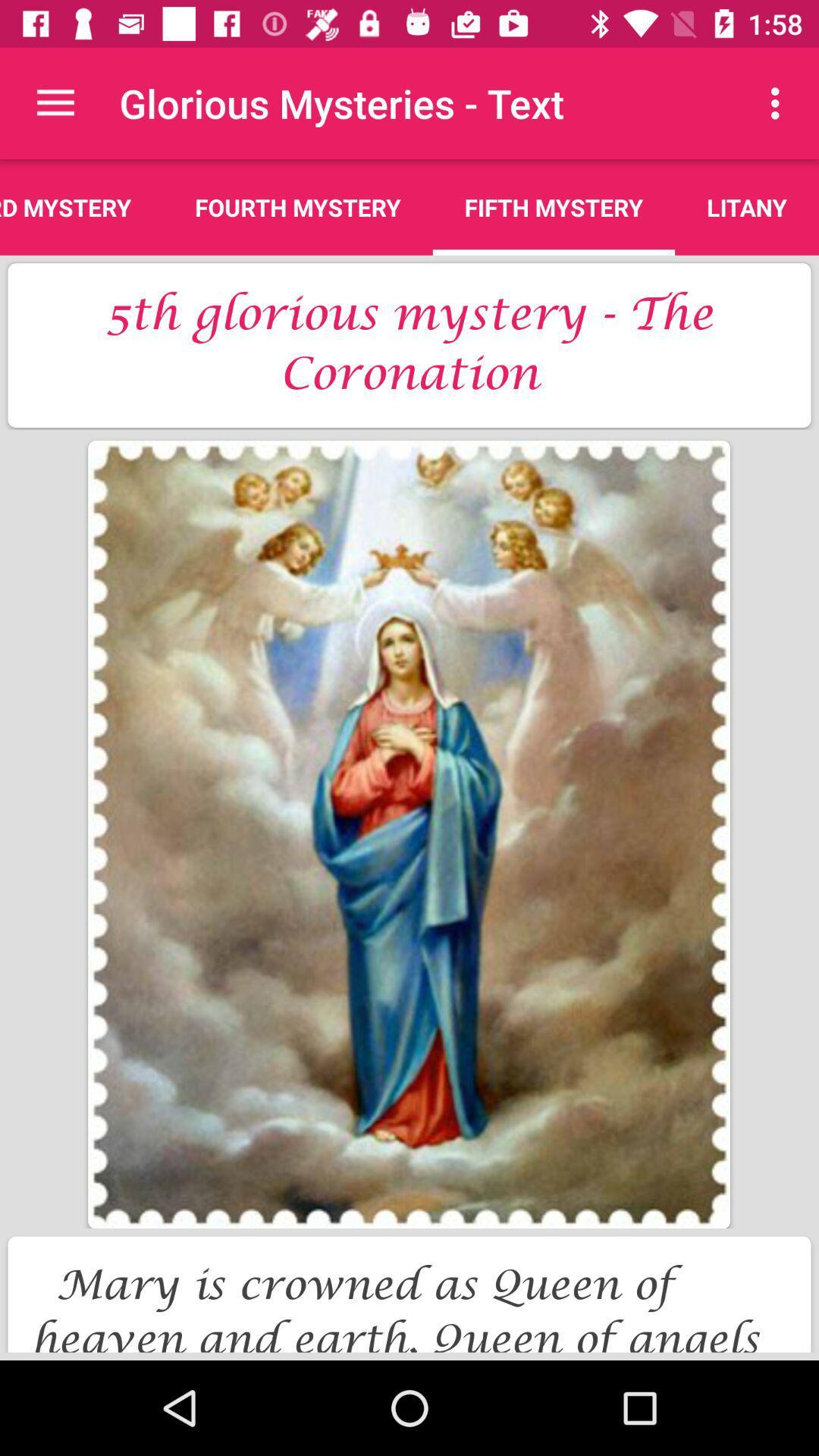 The width and height of the screenshot is (819, 1456). What do you see at coordinates (408, 833) in the screenshot?
I see `the icon at the center` at bounding box center [408, 833].